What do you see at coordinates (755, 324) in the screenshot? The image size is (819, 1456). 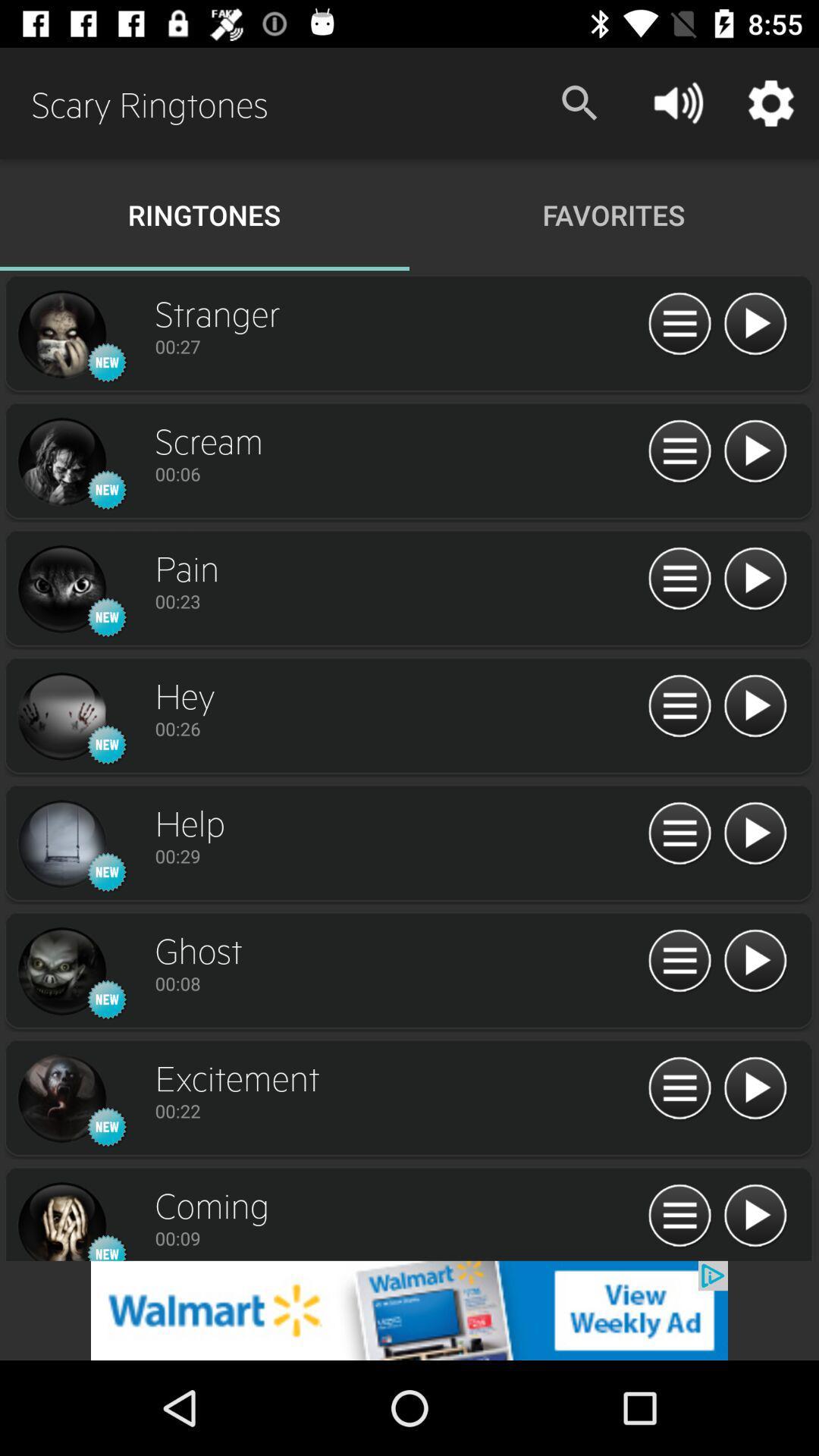 I see `play` at bounding box center [755, 324].